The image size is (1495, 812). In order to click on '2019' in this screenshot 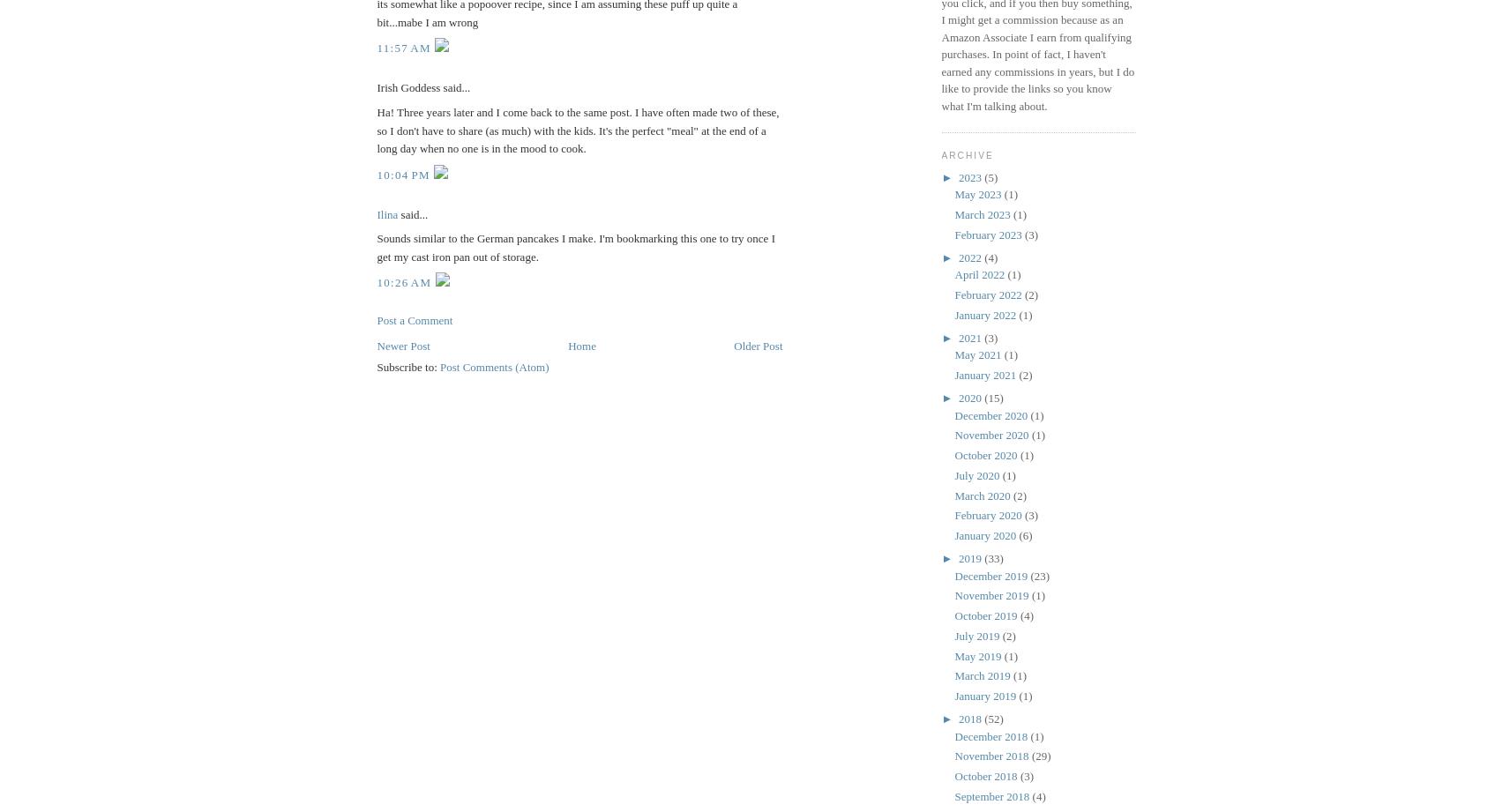, I will do `click(957, 558)`.